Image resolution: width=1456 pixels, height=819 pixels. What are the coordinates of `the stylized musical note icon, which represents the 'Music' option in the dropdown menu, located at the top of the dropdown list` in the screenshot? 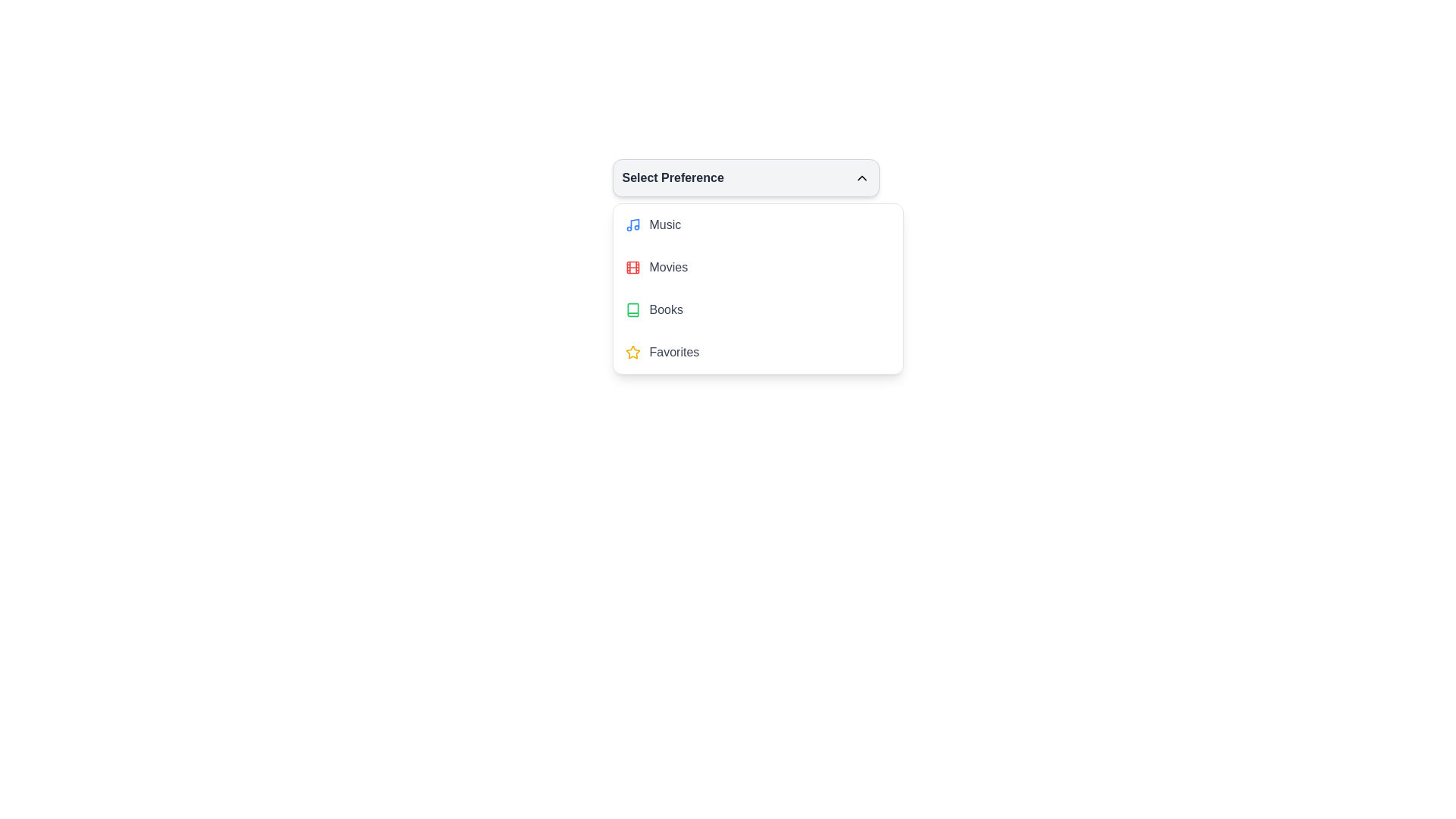 It's located at (634, 223).